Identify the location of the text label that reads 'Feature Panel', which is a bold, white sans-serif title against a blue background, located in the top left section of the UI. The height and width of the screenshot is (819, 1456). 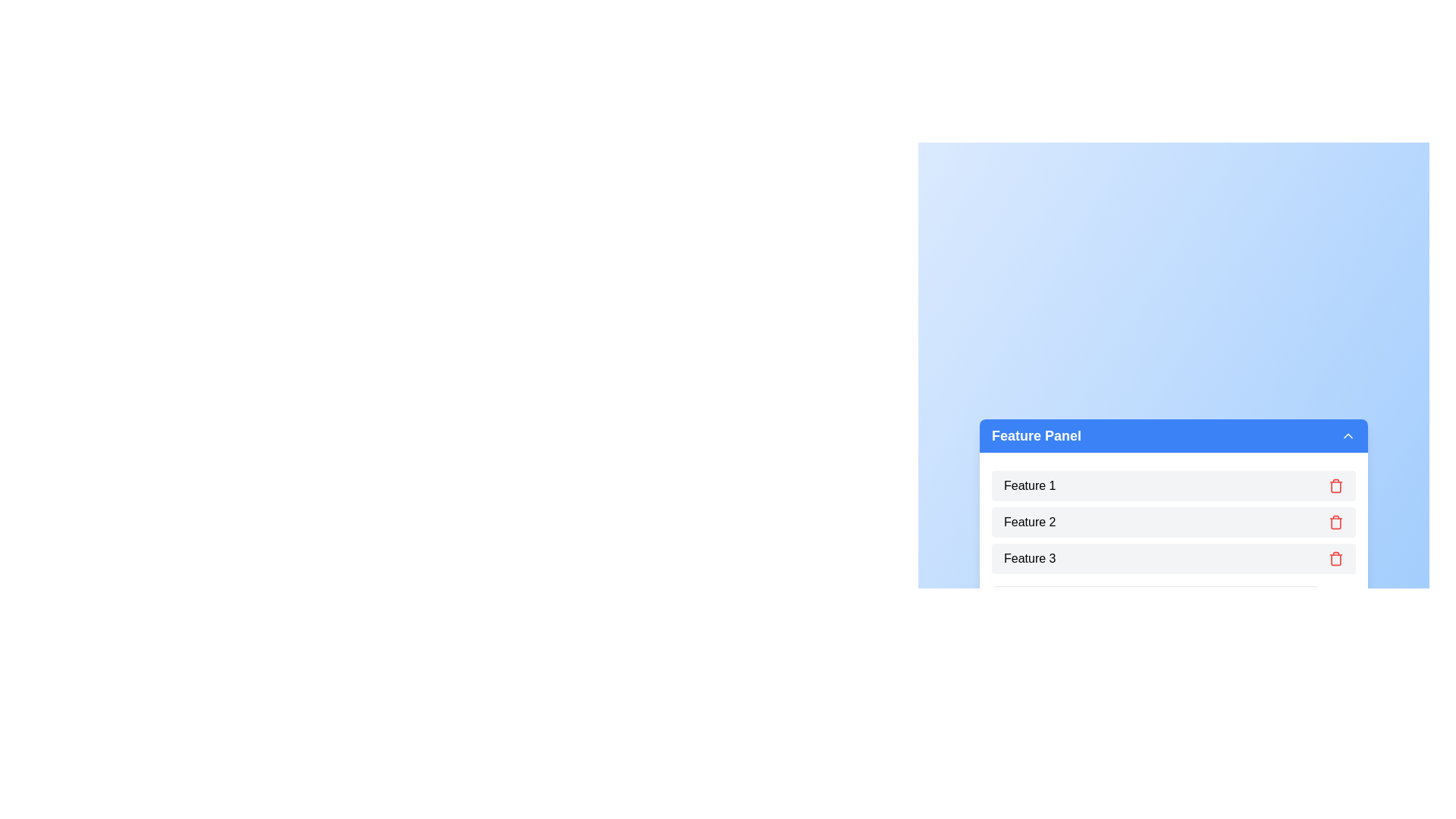
(1036, 435).